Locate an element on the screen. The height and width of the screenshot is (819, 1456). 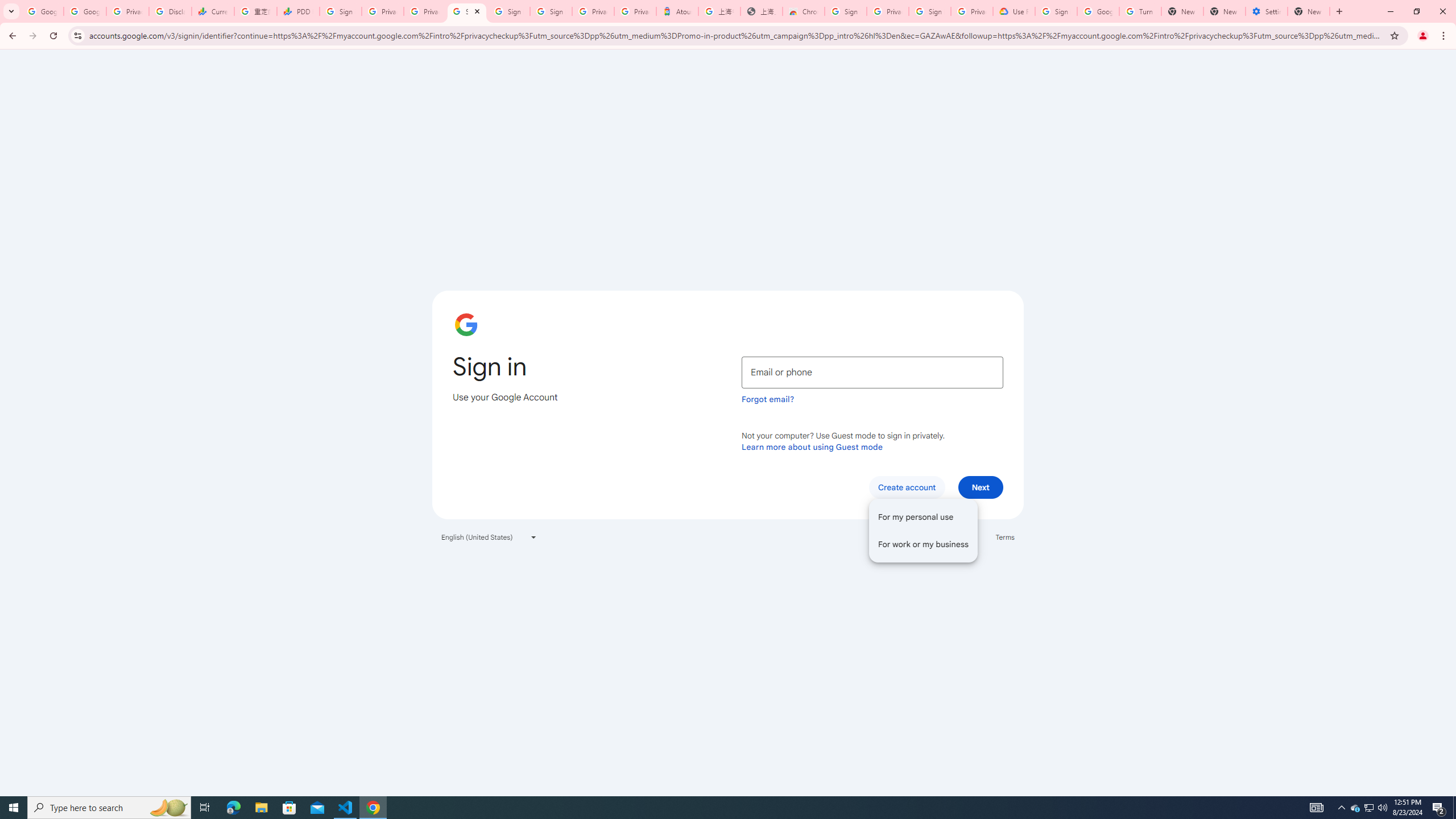
'Next' is located at coordinates (981, 486).